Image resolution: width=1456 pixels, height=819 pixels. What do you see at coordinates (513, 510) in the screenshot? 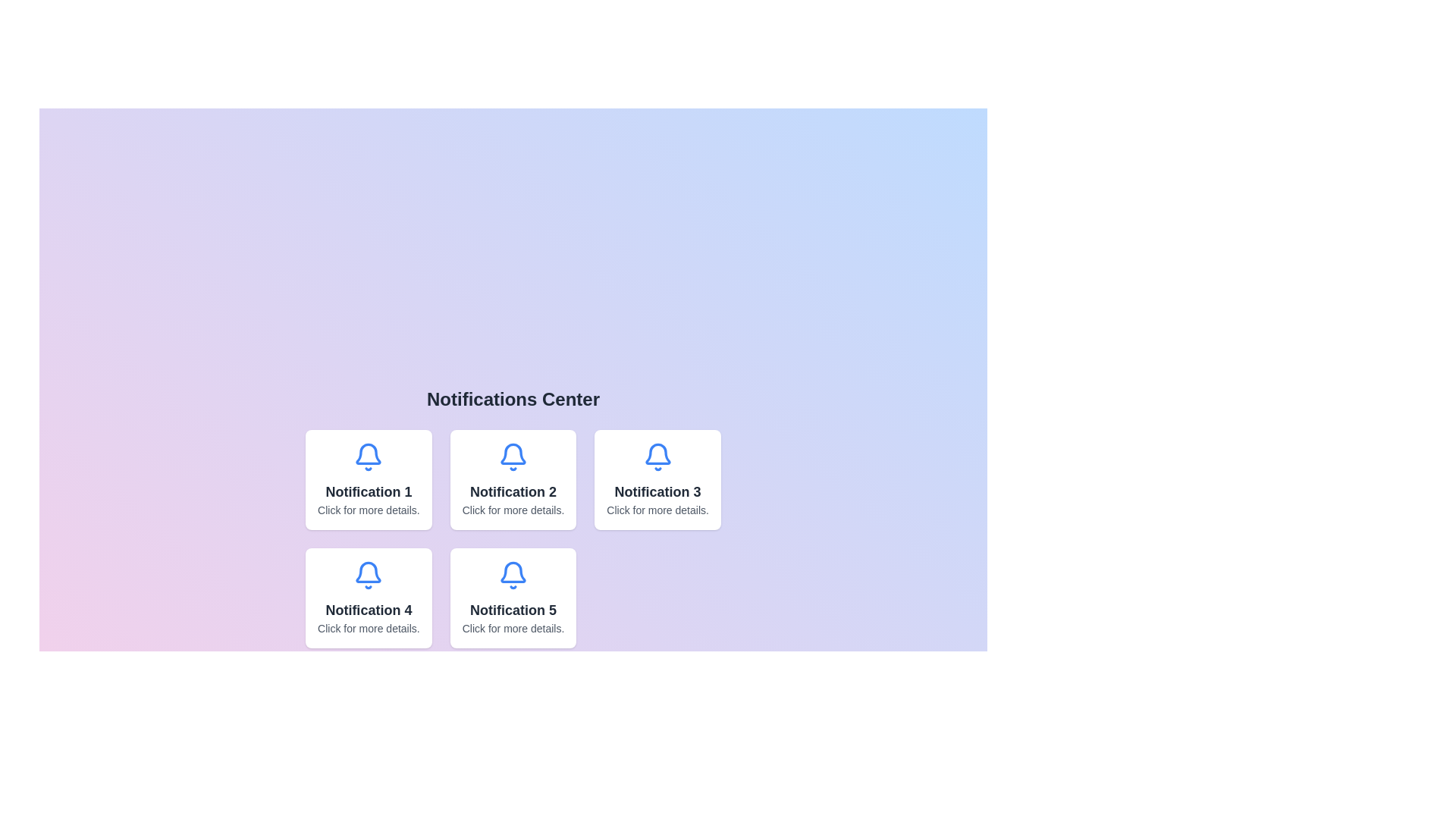
I see `the Text Label displaying 'Click for more details.'` at bounding box center [513, 510].